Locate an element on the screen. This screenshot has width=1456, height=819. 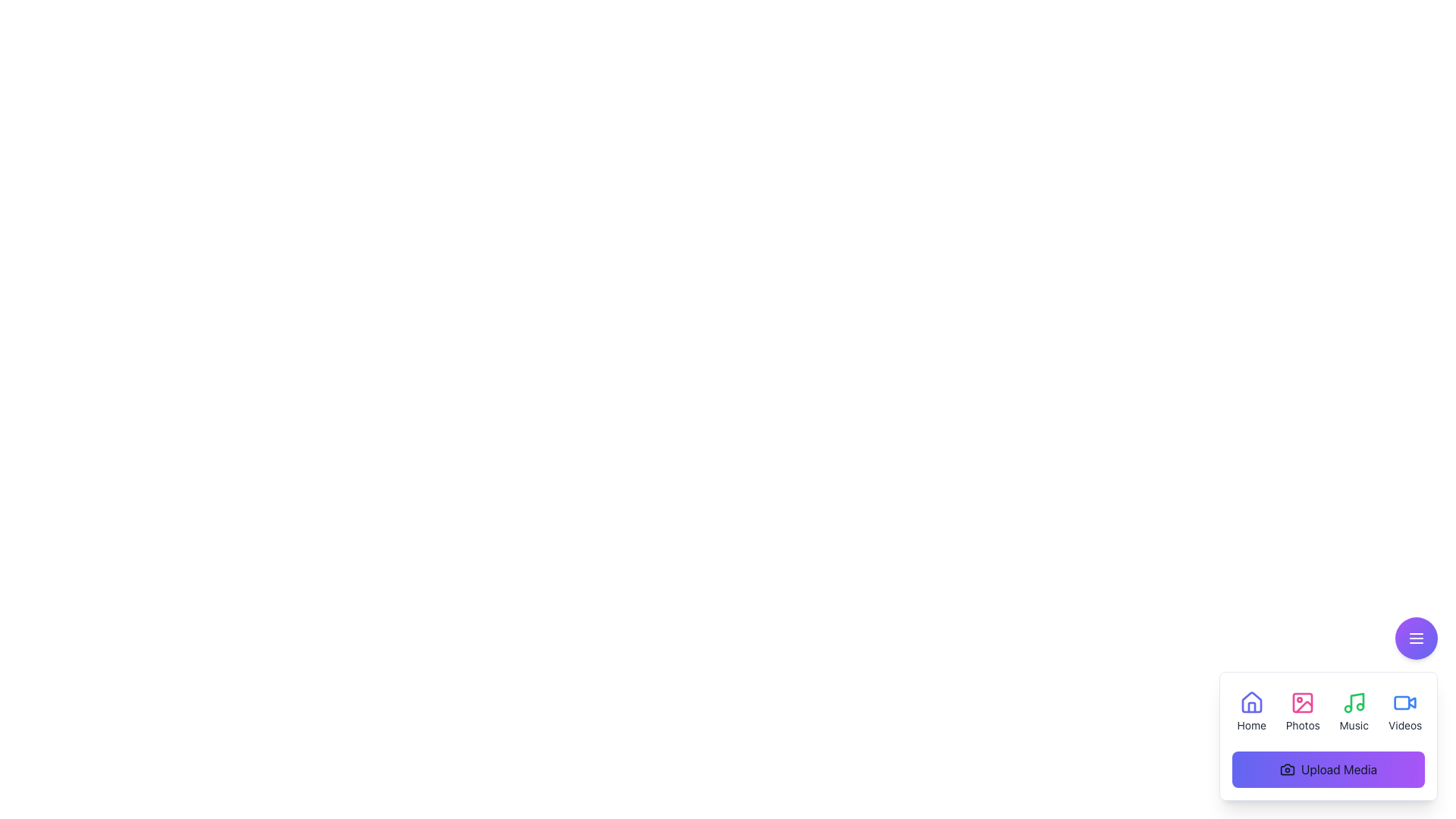
the 'Videos' text label, which is displayed in a small font size and styled with a dark color, located directly beneath a video camera icon in a vertical group of elements is located at coordinates (1404, 724).